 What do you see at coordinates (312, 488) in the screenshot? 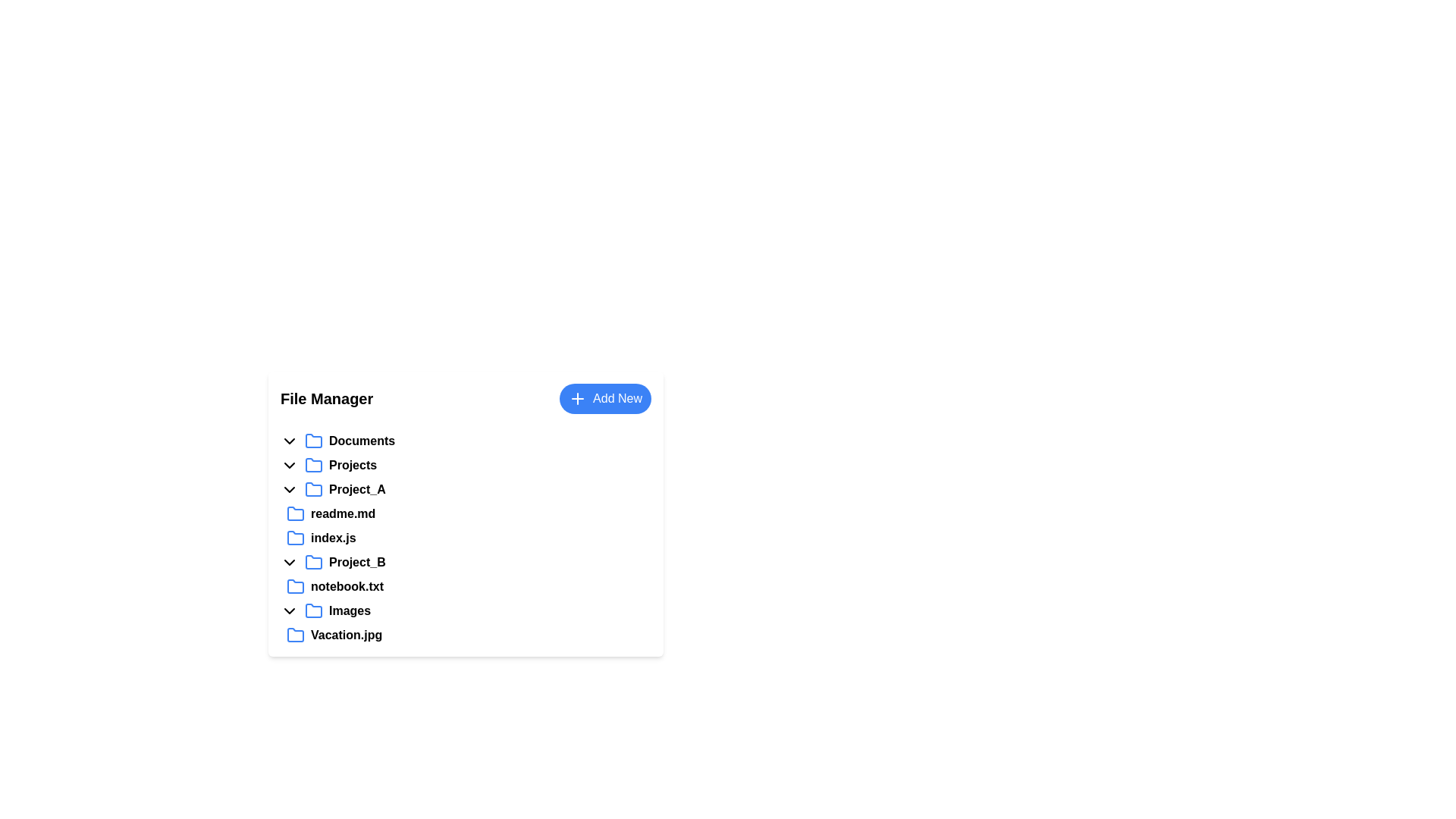
I see `the blue folder icon next` at bounding box center [312, 488].